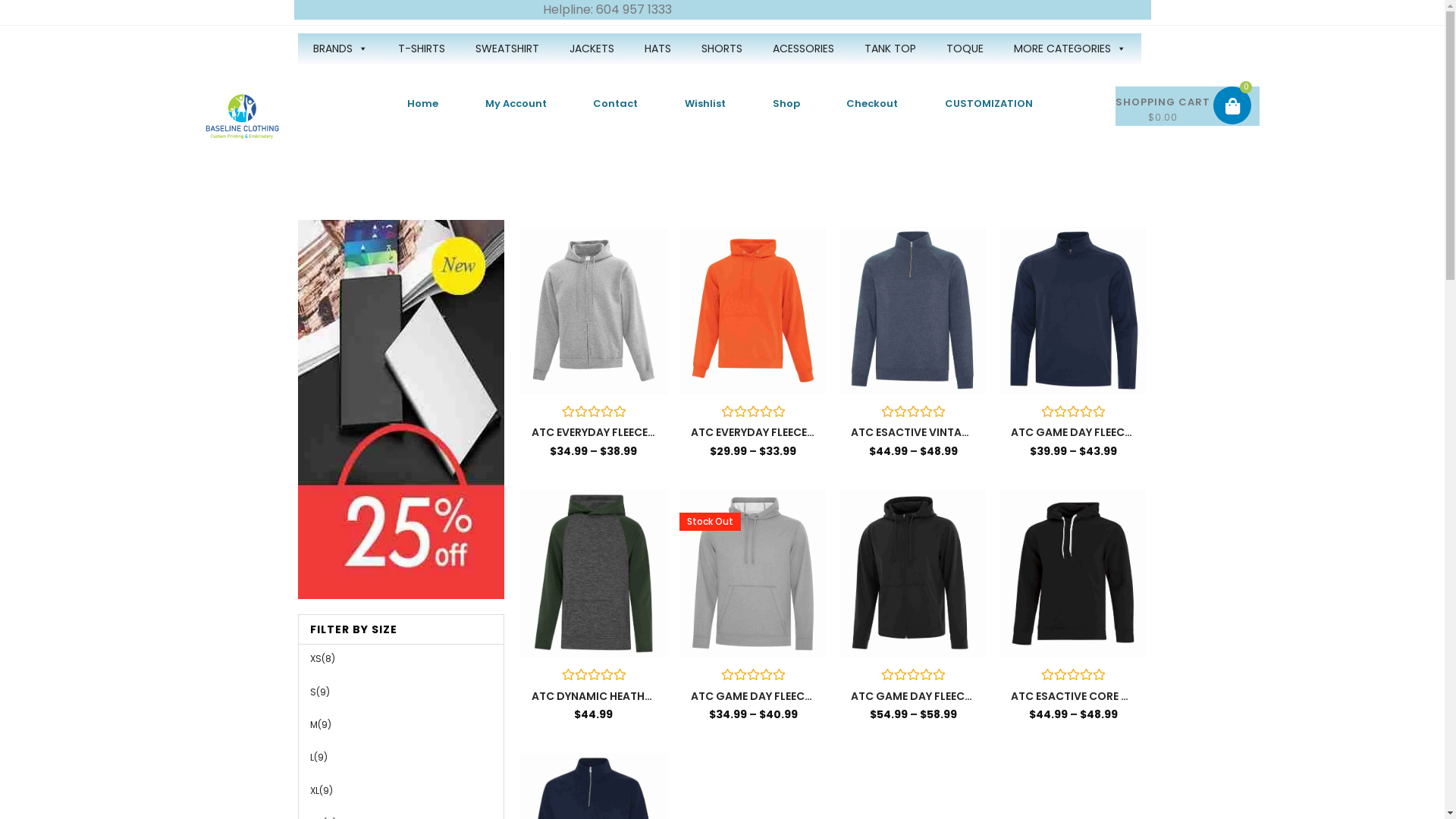 This screenshot has height=819, width=1456. Describe the element at coordinates (802, 48) in the screenshot. I see `'ACESSORIES'` at that location.